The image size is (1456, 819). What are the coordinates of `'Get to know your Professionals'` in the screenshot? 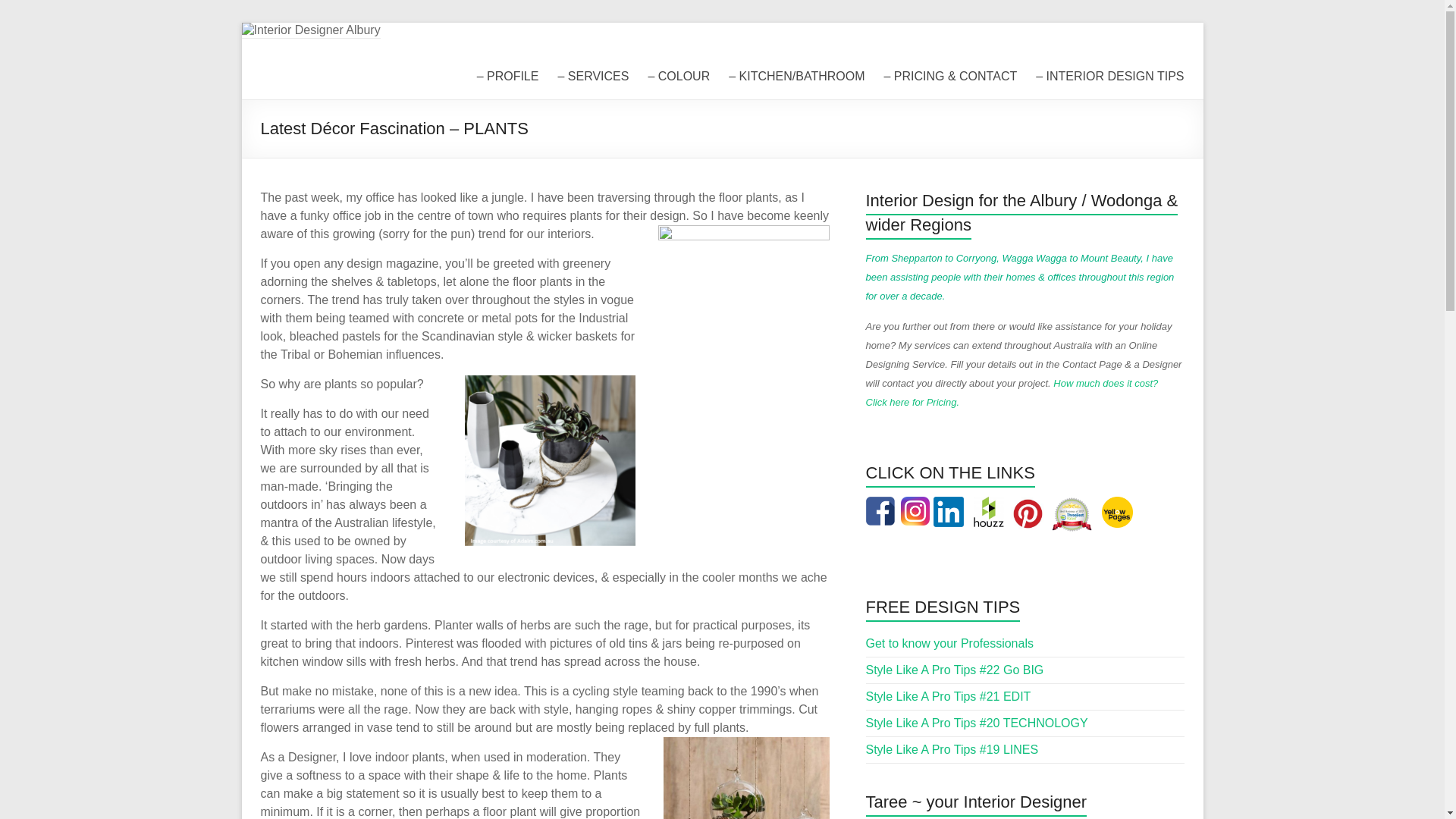 It's located at (866, 643).